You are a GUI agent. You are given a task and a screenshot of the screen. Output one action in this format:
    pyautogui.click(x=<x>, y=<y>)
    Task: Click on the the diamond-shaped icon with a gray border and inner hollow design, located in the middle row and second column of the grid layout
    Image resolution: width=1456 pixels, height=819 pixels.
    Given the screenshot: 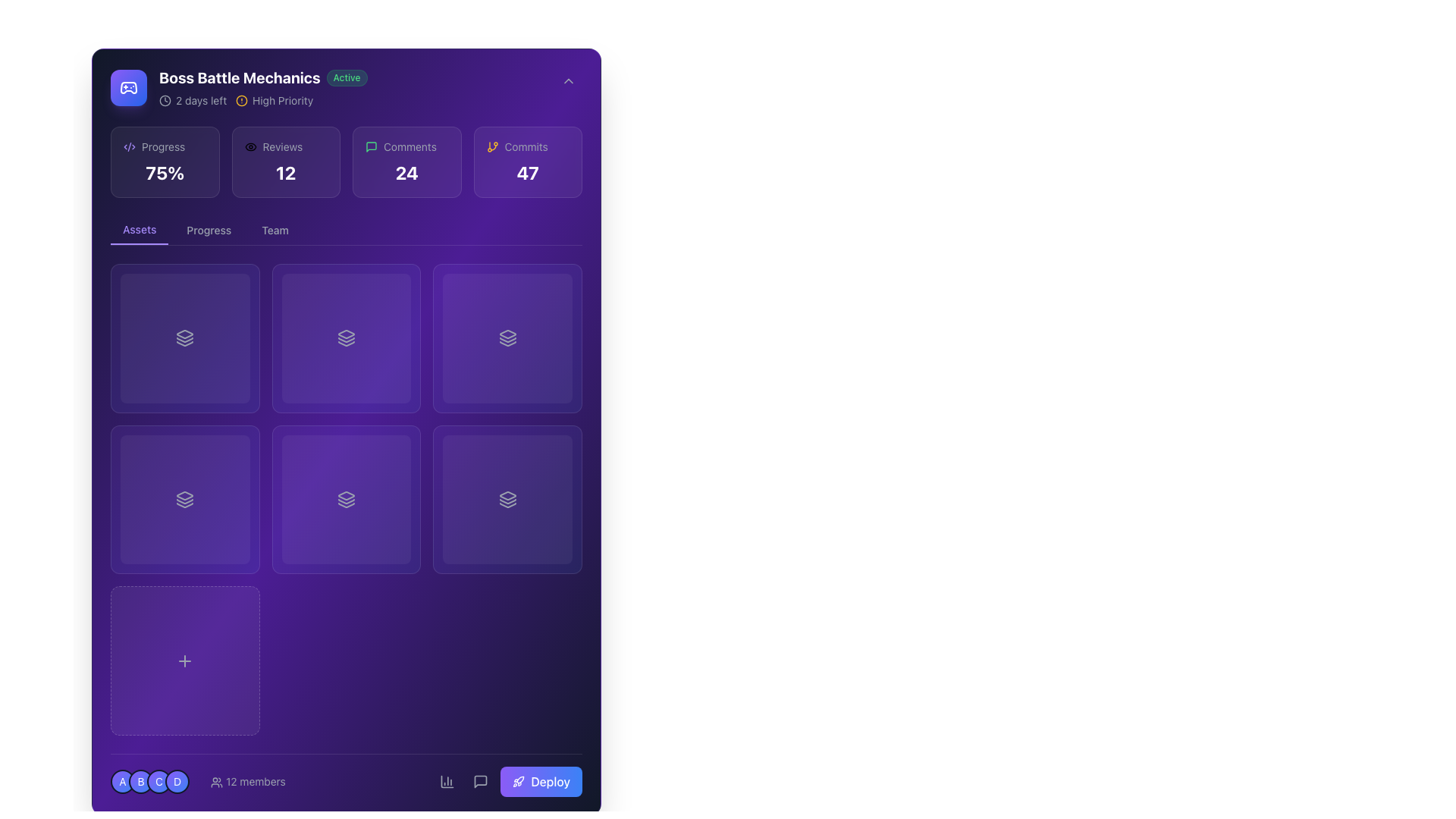 What is the action you would take?
    pyautogui.click(x=345, y=496)
    